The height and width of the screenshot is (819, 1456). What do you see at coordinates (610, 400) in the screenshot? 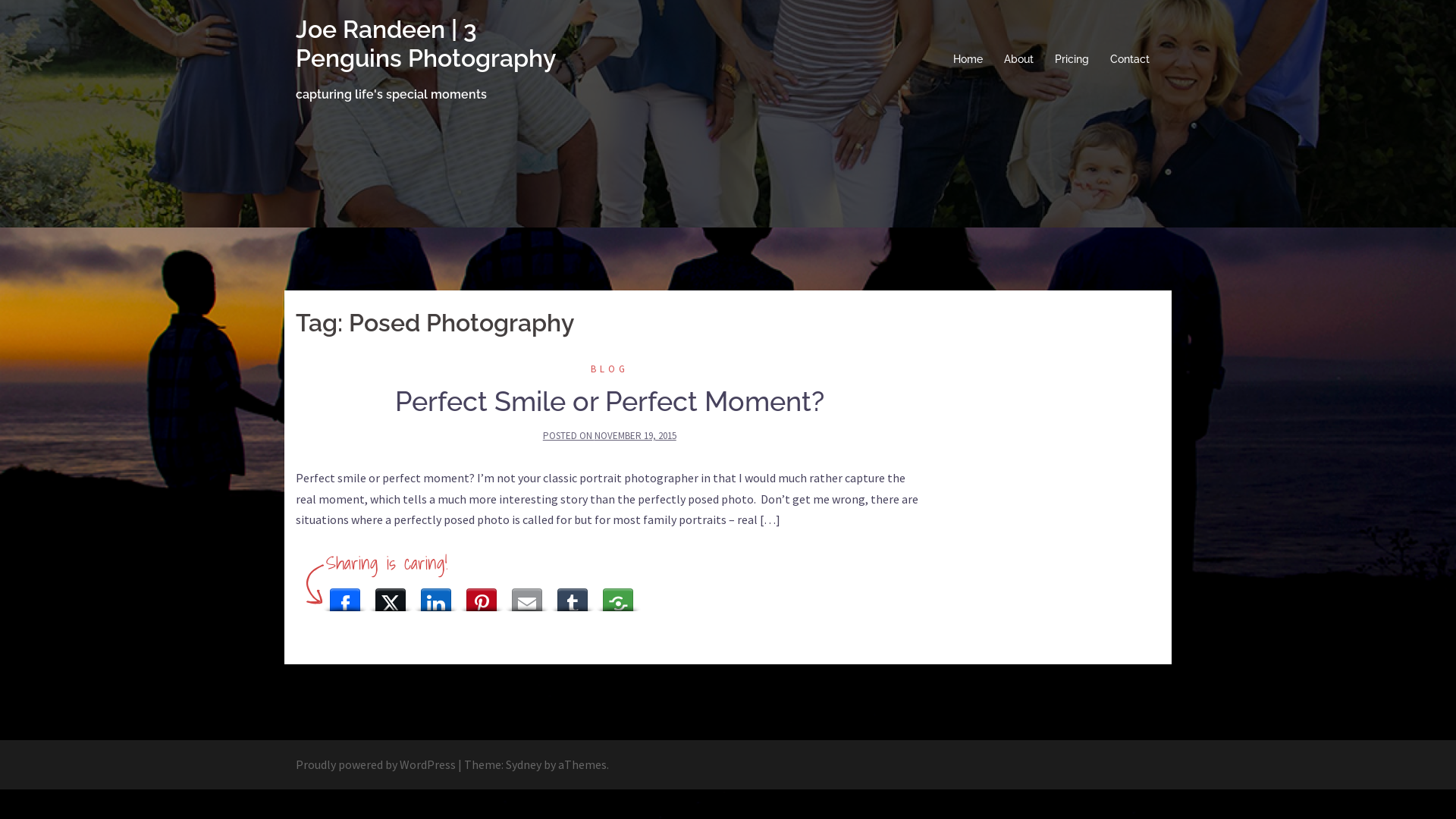
I see `'Perfect Smile or Perfect Moment?'` at bounding box center [610, 400].